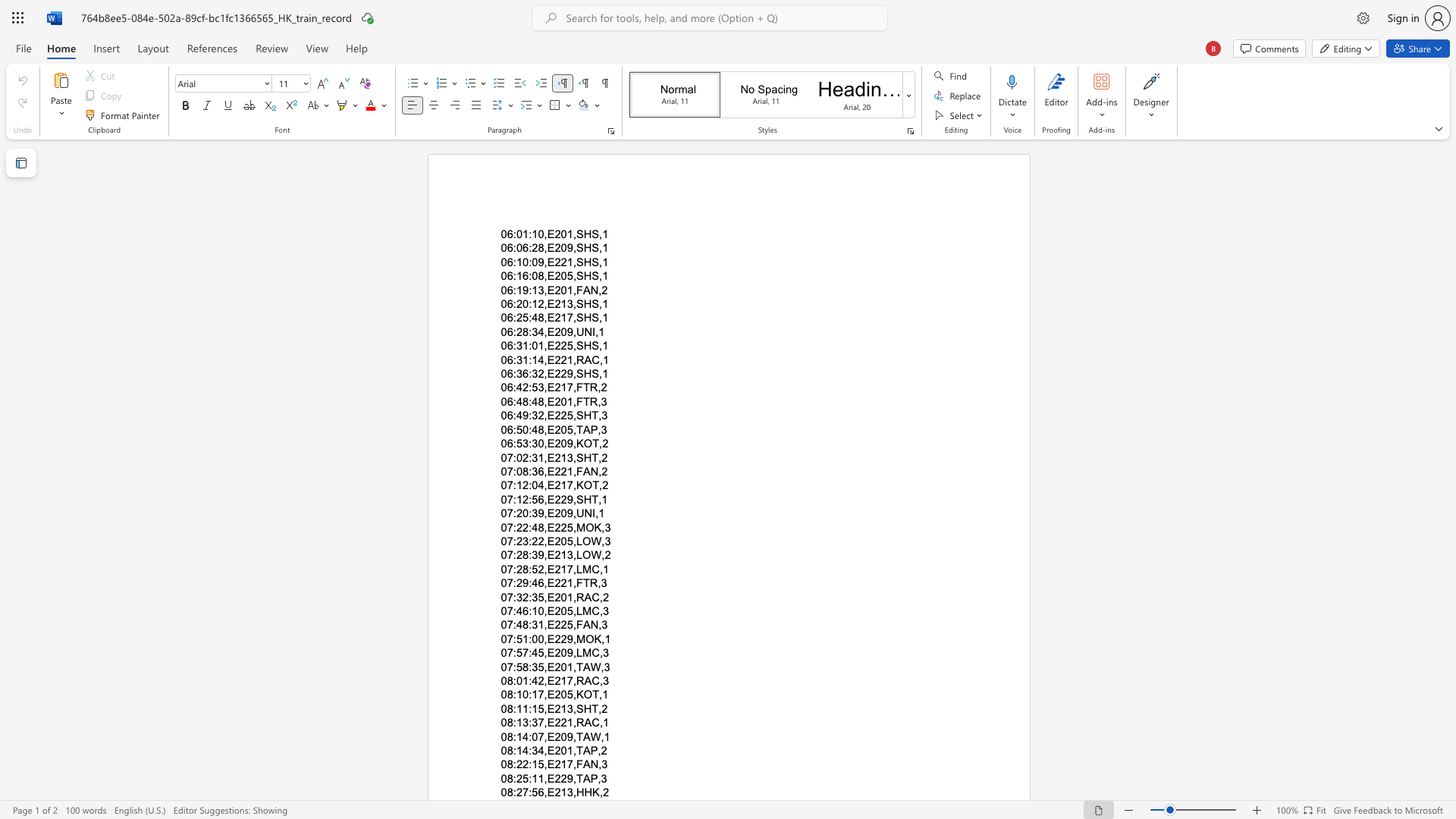  I want to click on the space between the continuous character "," and "R" in the text, so click(576, 680).